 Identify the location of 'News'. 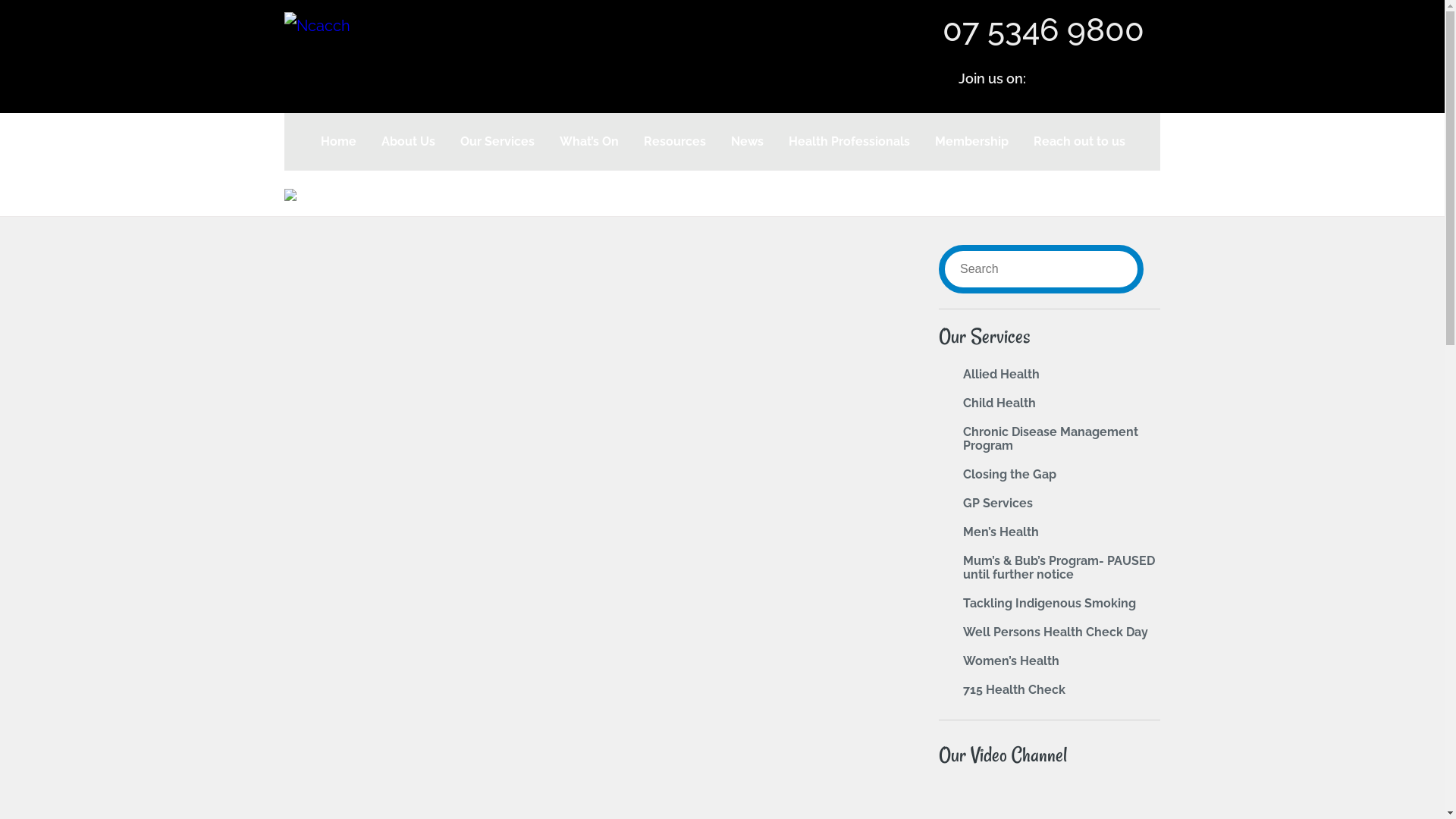
(745, 141).